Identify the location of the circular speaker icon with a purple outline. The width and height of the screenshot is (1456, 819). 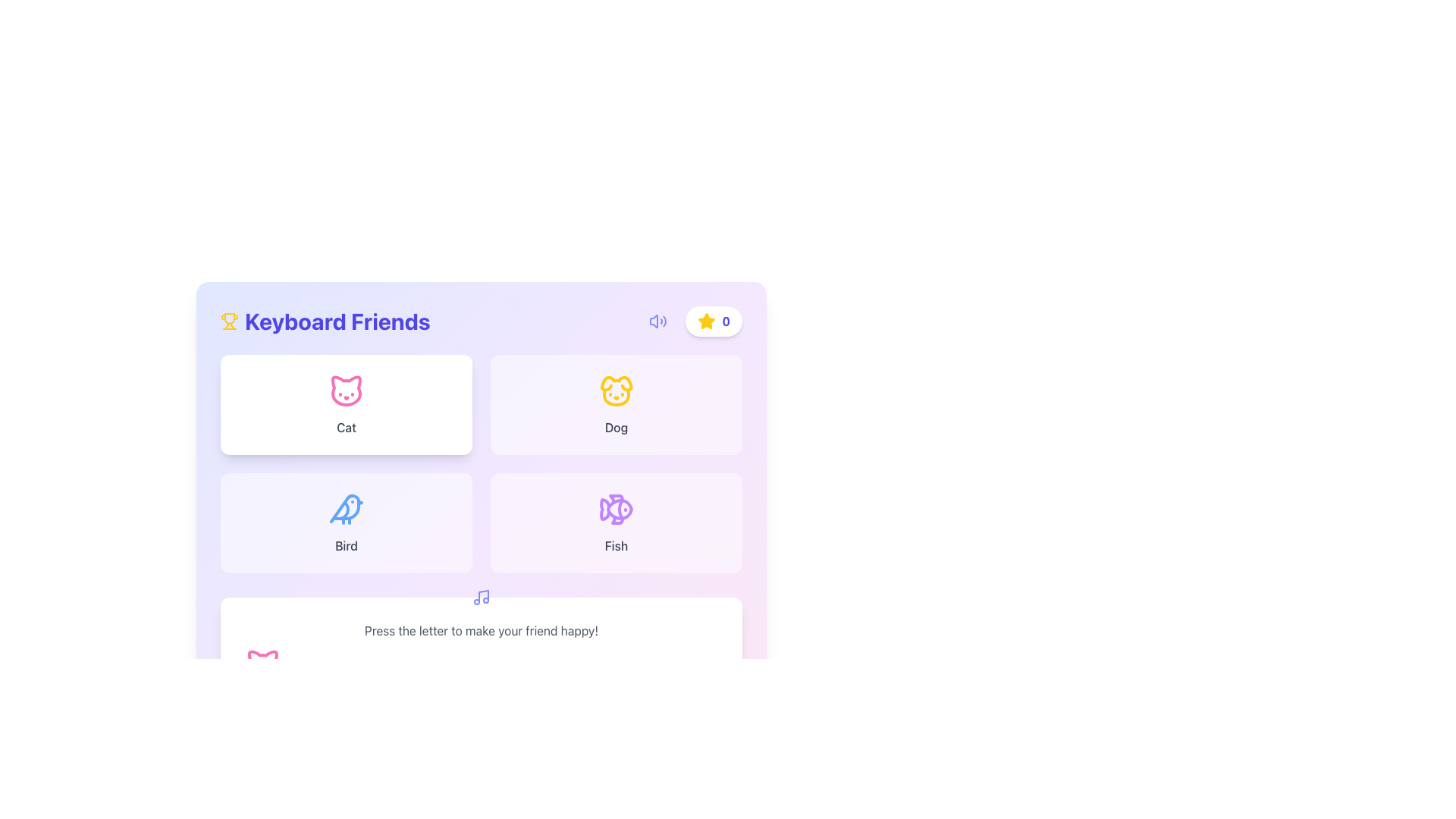
(658, 321).